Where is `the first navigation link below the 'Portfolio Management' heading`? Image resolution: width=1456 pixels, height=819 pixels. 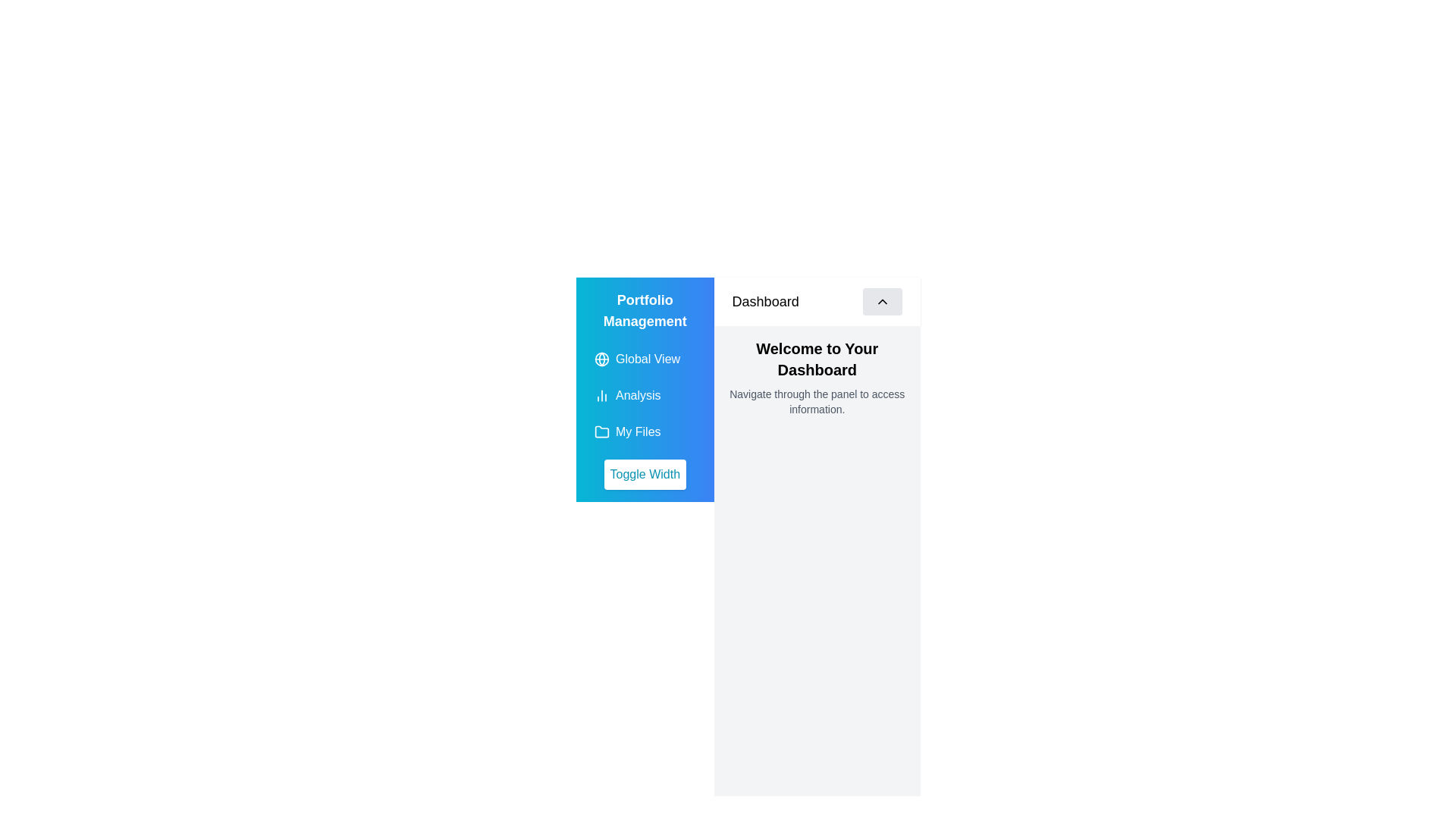 the first navigation link below the 'Portfolio Management' heading is located at coordinates (645, 359).